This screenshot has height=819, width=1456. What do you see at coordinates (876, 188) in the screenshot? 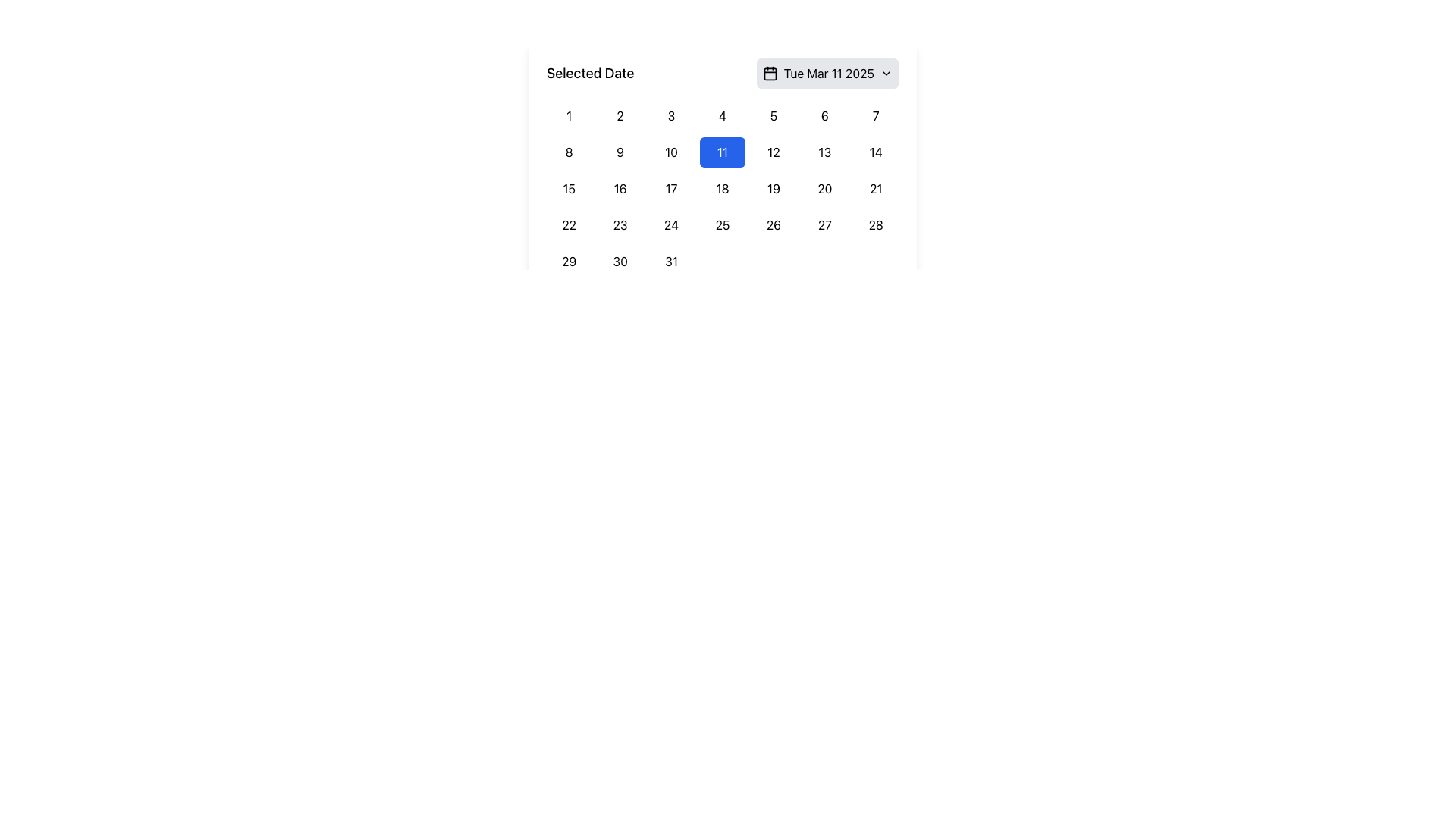
I see `the rounded button labeled '21' in the sixth row and seventh column of the grid-based calendar layout` at bounding box center [876, 188].